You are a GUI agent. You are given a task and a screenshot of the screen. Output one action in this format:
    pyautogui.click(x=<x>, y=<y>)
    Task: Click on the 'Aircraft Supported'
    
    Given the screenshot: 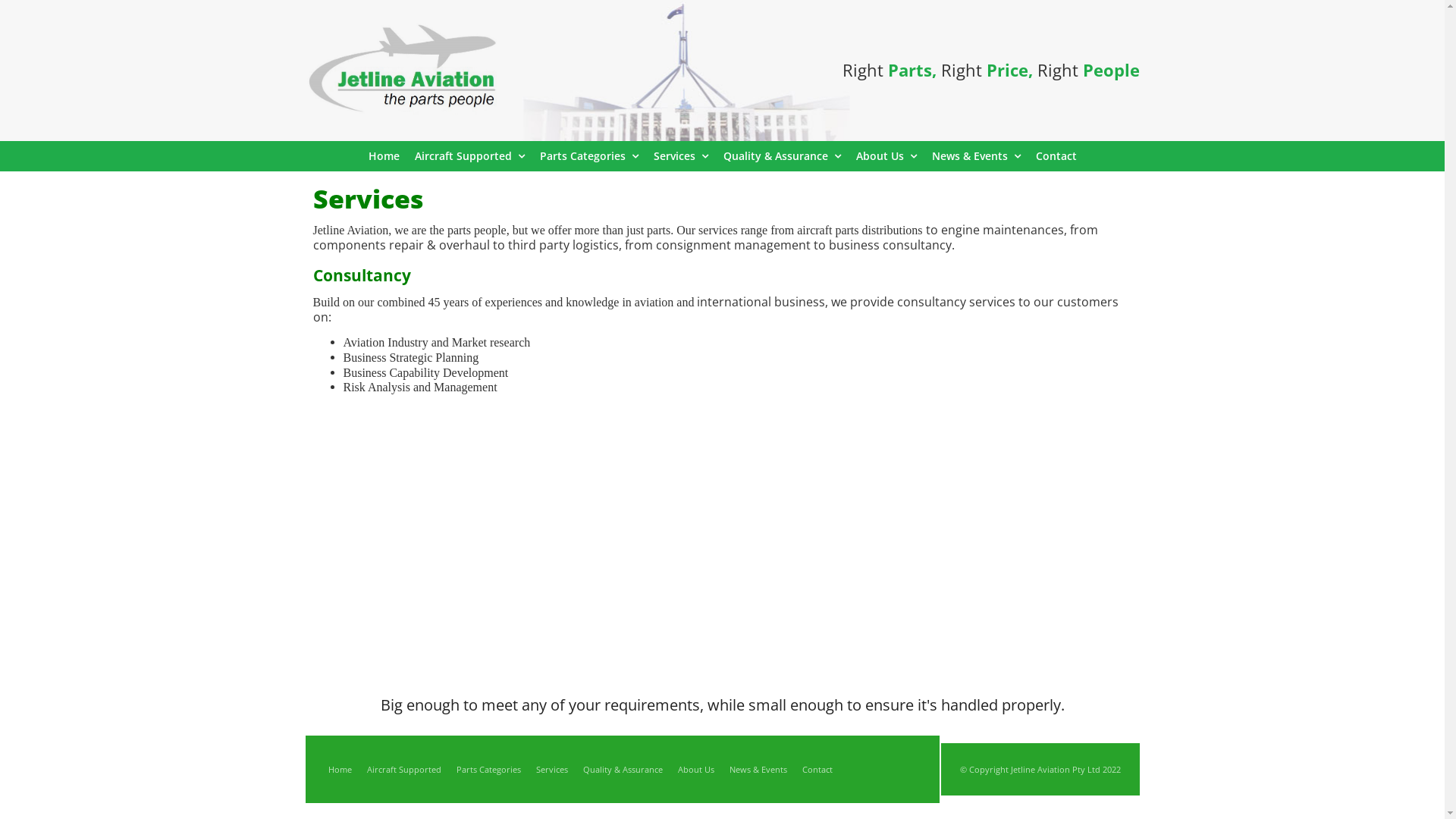 What is the action you would take?
    pyautogui.click(x=468, y=155)
    